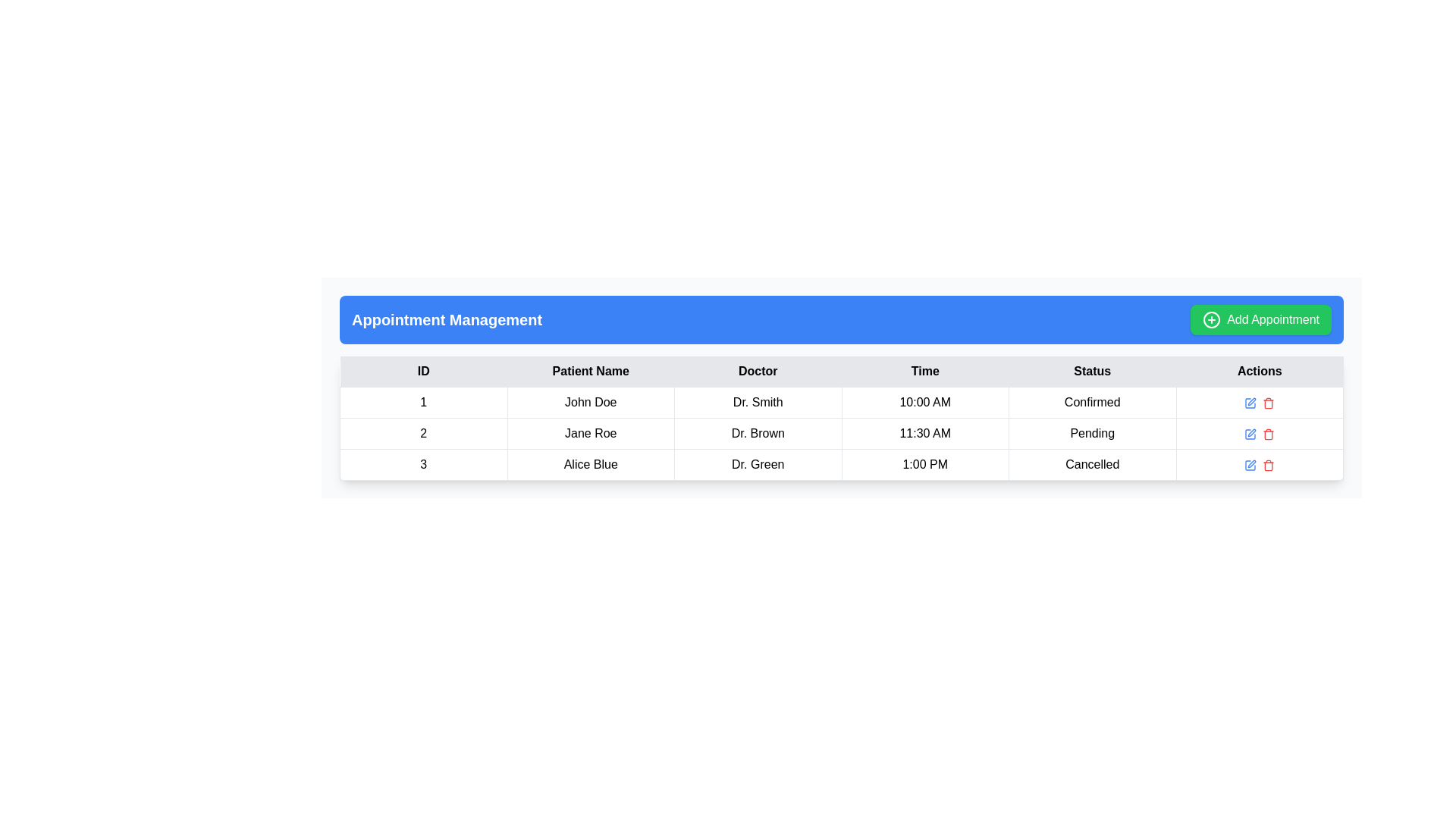 This screenshot has height=819, width=1456. I want to click on the patient name cell located in the second column of the second row in the table, so click(590, 433).